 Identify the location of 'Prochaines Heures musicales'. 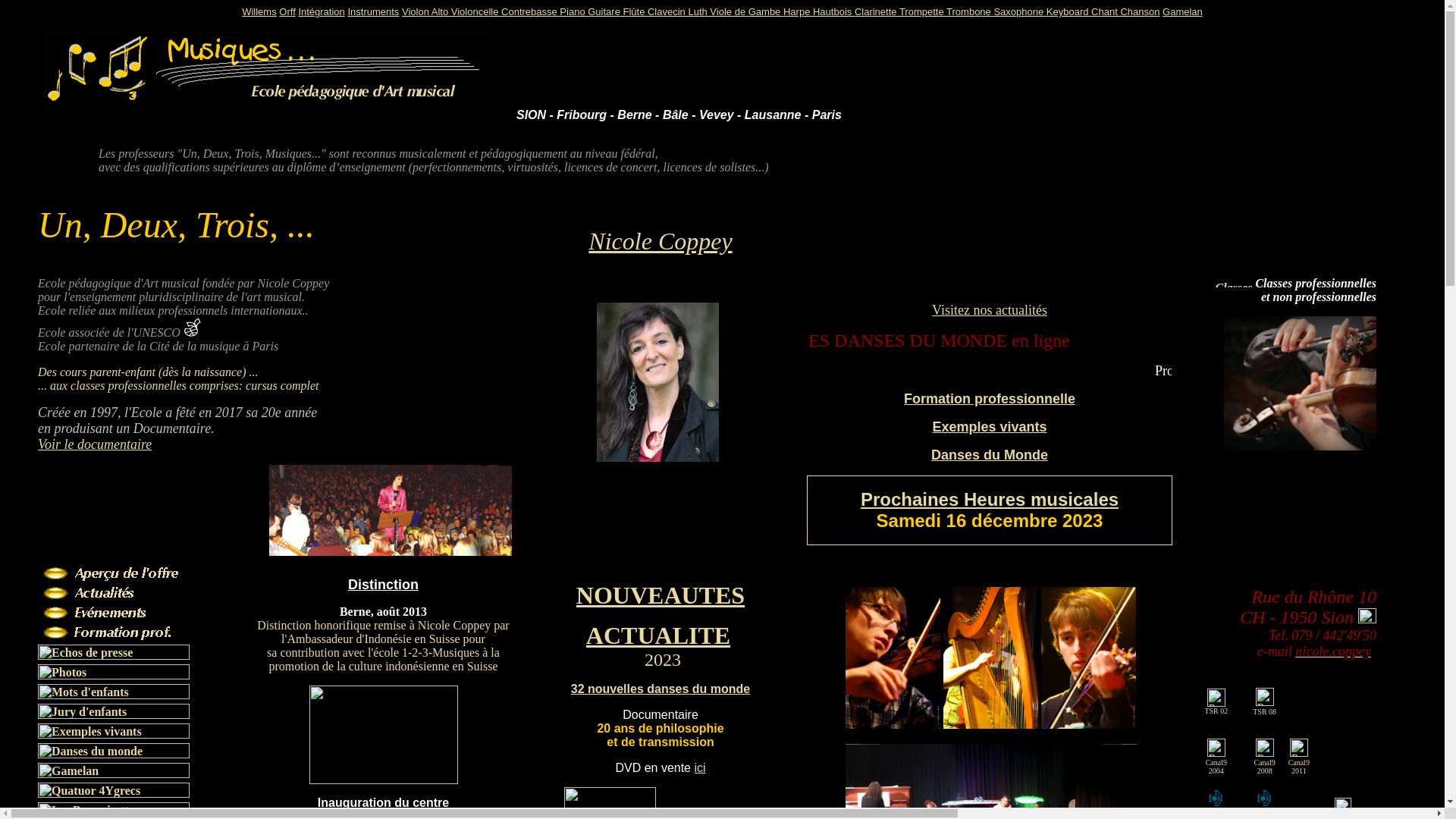
(990, 499).